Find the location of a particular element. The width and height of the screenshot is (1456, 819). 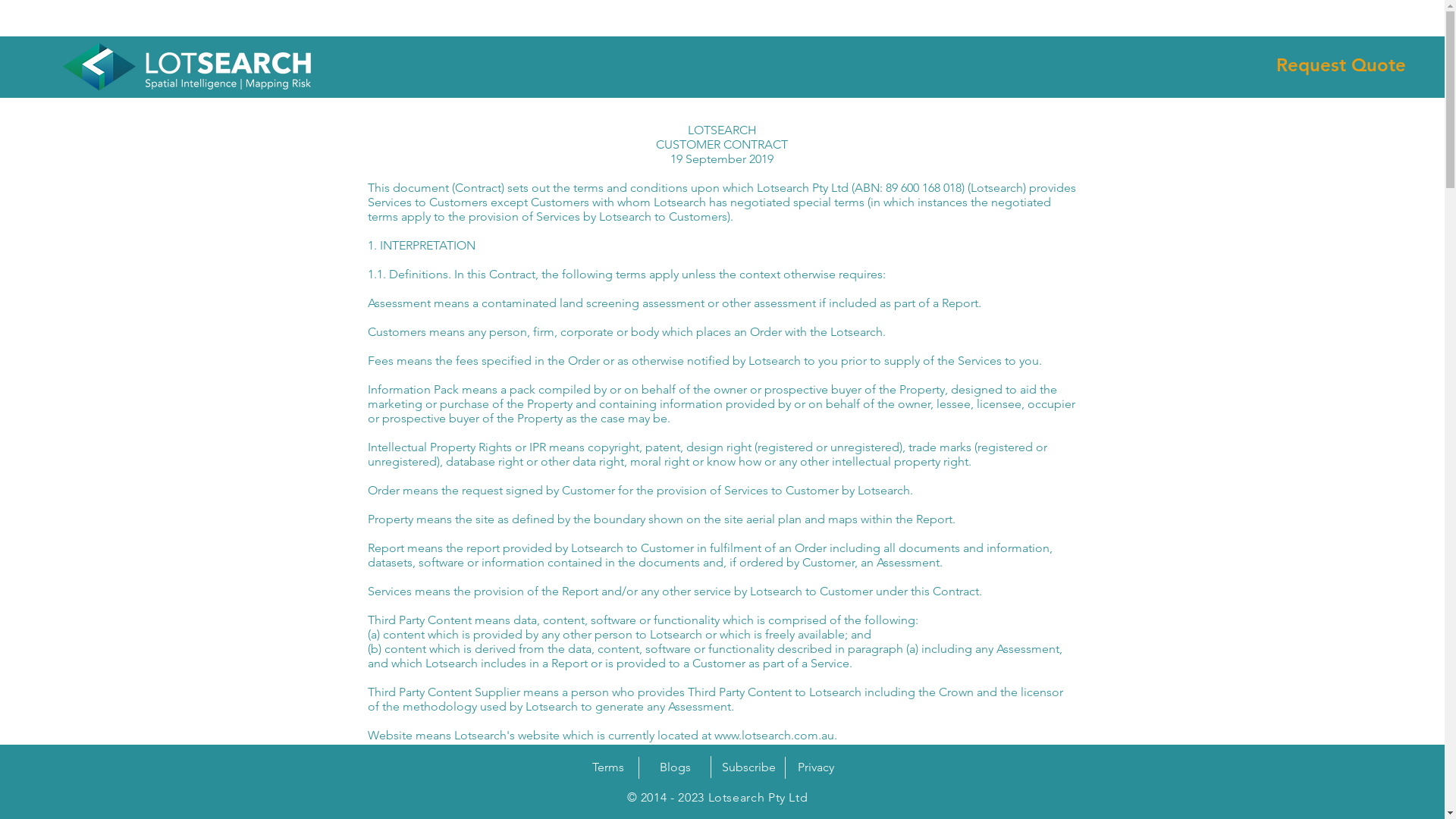

'www.lotsearch.com.au' is located at coordinates (774, 734).